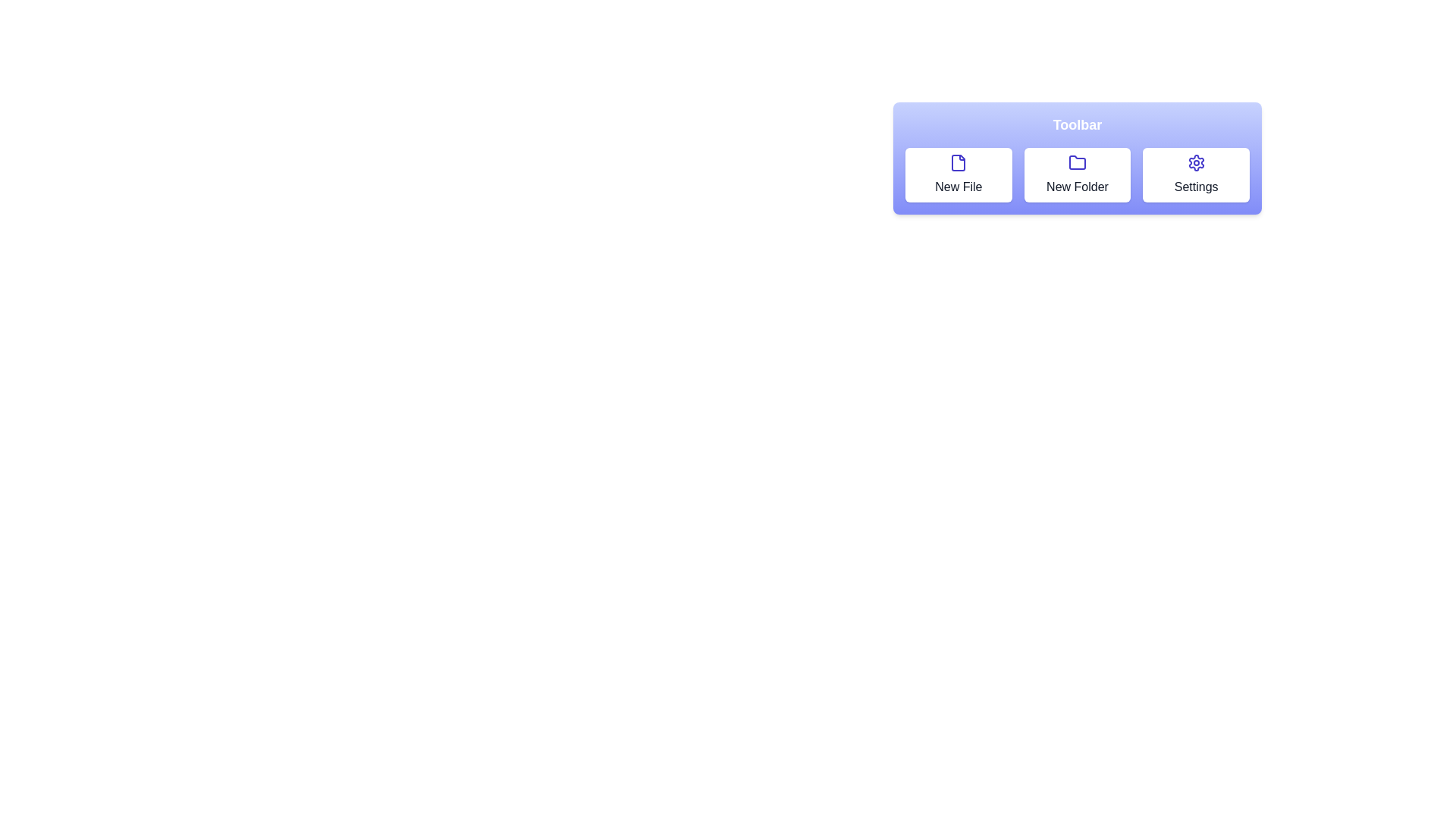  Describe the element at coordinates (1076, 163) in the screenshot. I see `the blue folder icon located near the 'New Folder' text to invoke folder-related actions` at that location.